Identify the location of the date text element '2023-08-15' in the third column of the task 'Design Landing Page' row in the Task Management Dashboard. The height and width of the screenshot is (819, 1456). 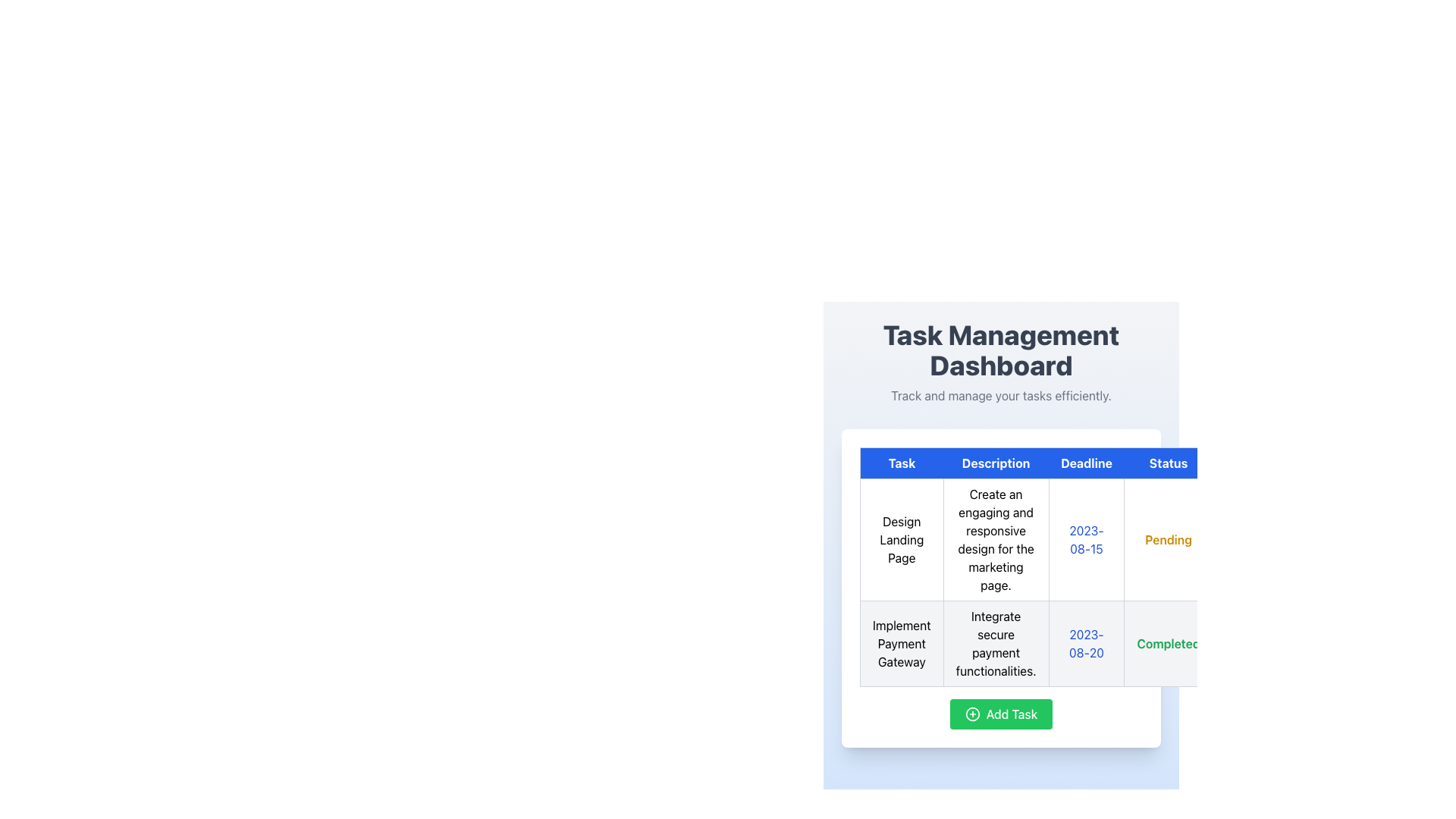
(1070, 539).